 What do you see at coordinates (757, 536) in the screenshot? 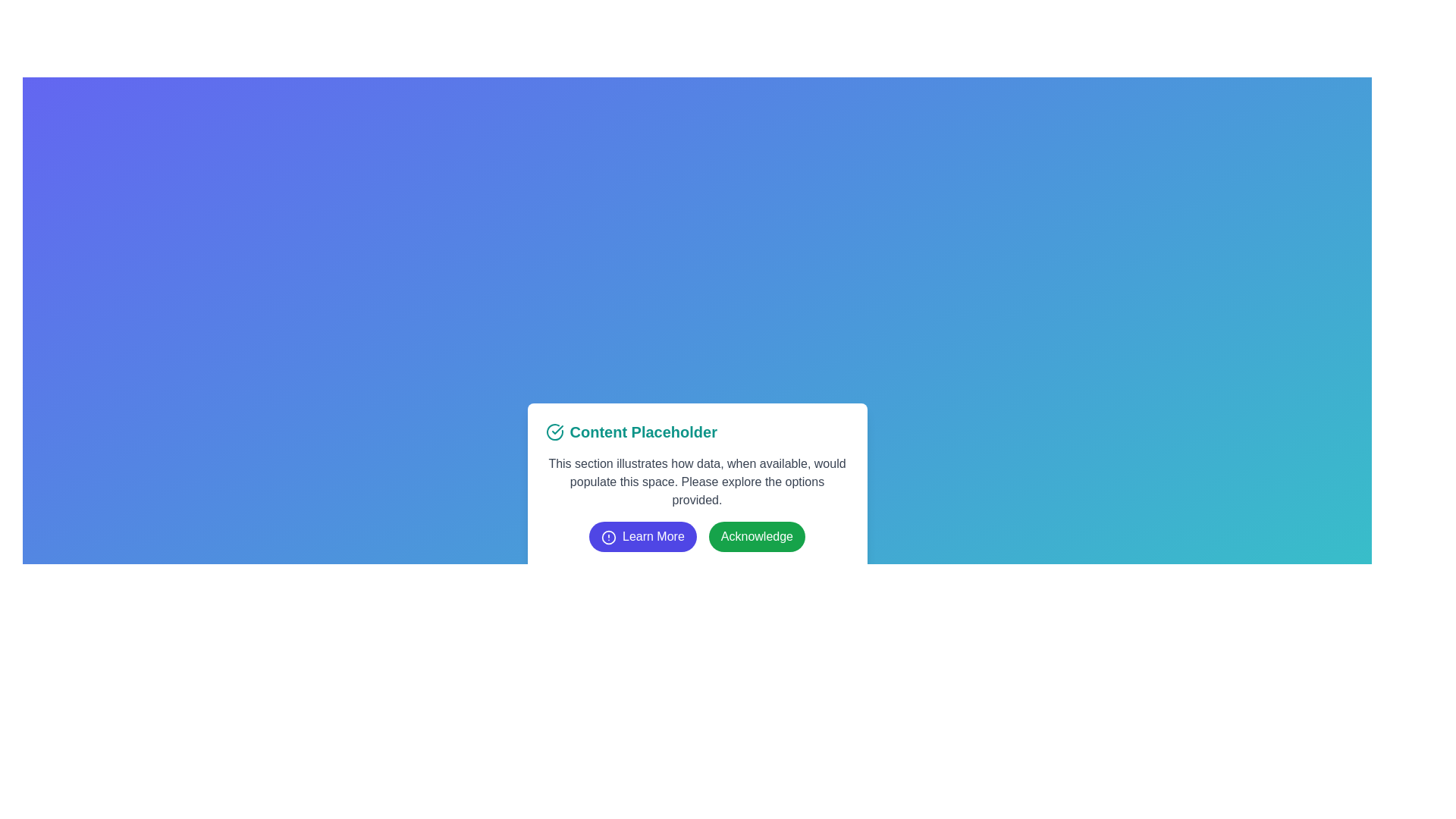
I see `the central acknowledgment button to observe its hover effects` at bounding box center [757, 536].